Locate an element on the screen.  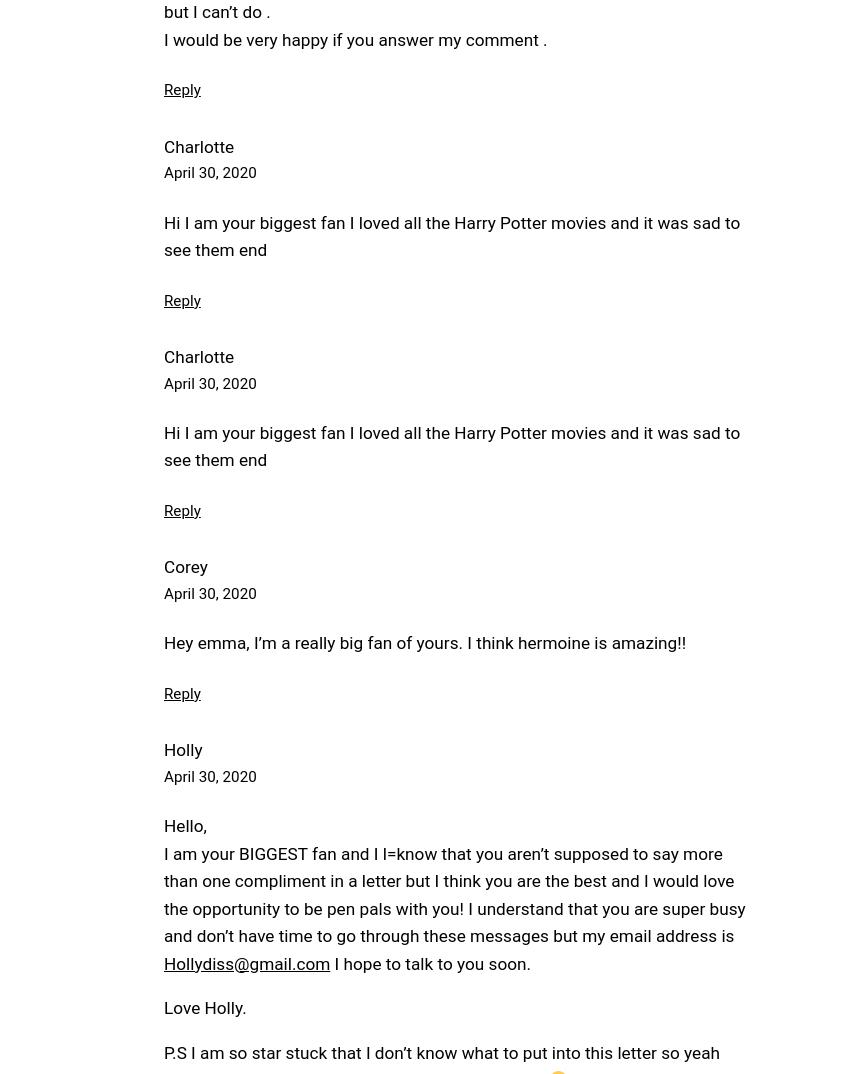
'Holly' is located at coordinates (182, 749).